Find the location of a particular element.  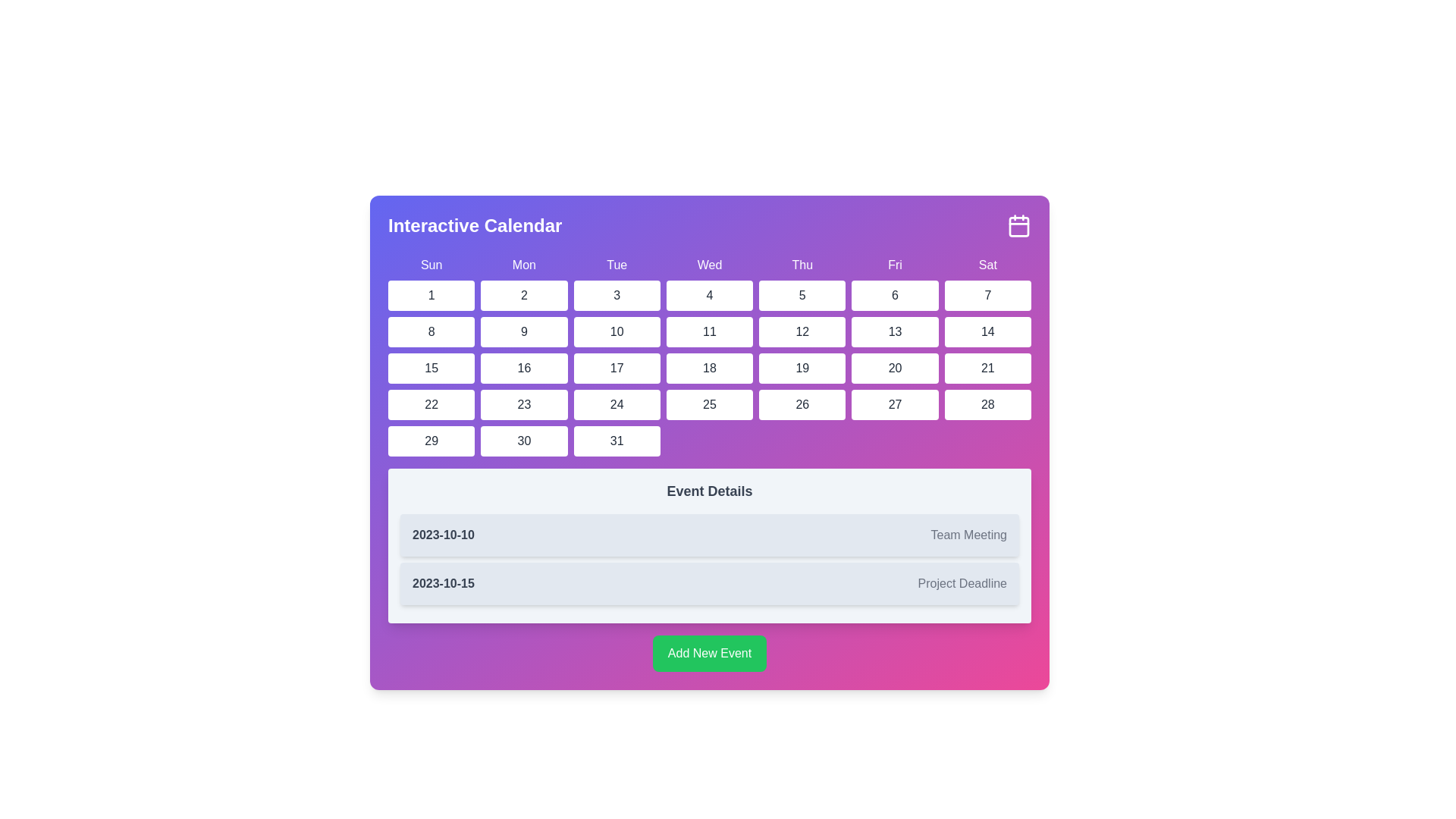

the clickable calendar day cell displaying the number '29' is located at coordinates (431, 441).